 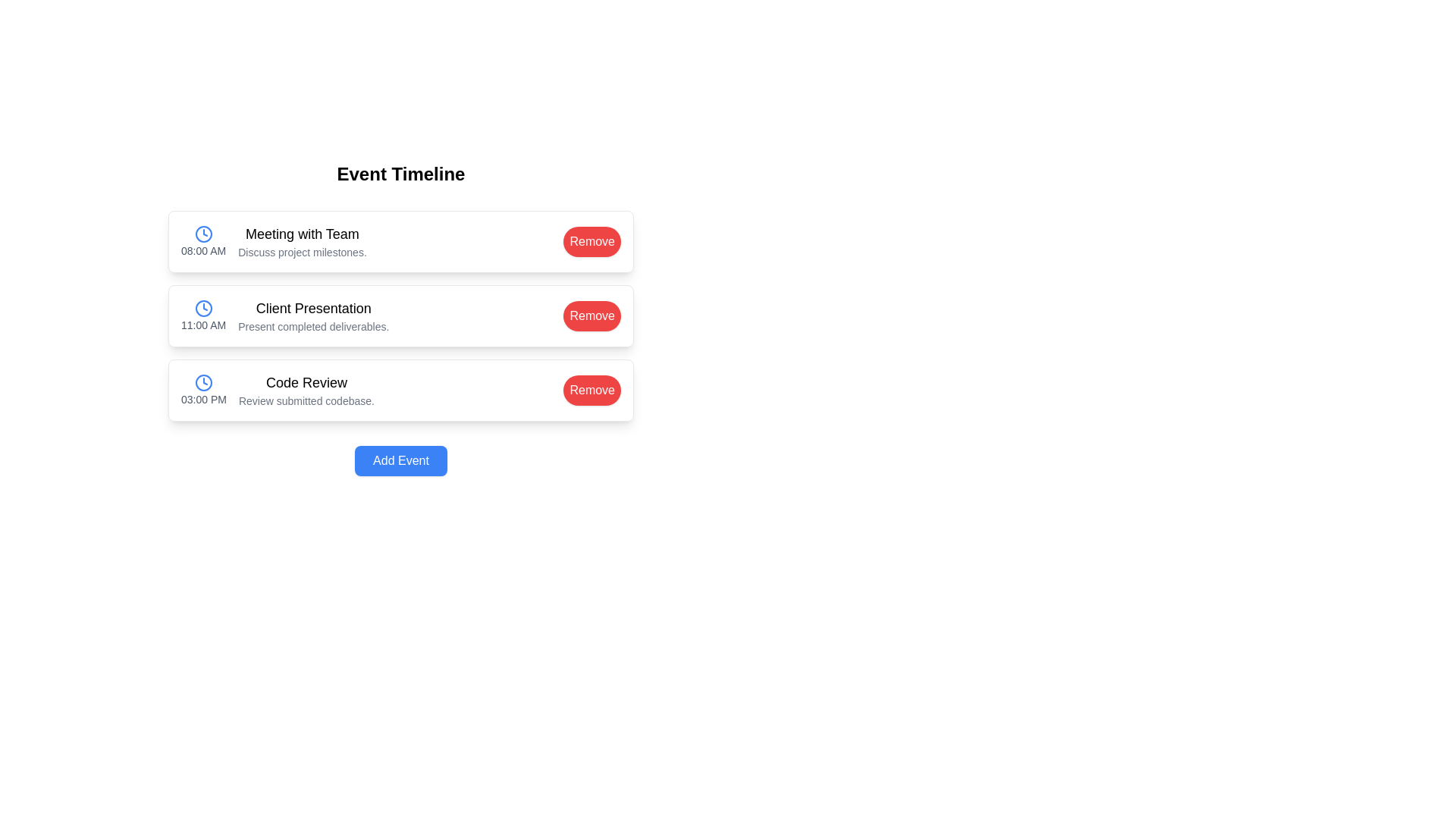 What do you see at coordinates (202, 250) in the screenshot?
I see `the Text label that represents the start time of the event in the timeline, located below the clock icon in the first event entry` at bounding box center [202, 250].